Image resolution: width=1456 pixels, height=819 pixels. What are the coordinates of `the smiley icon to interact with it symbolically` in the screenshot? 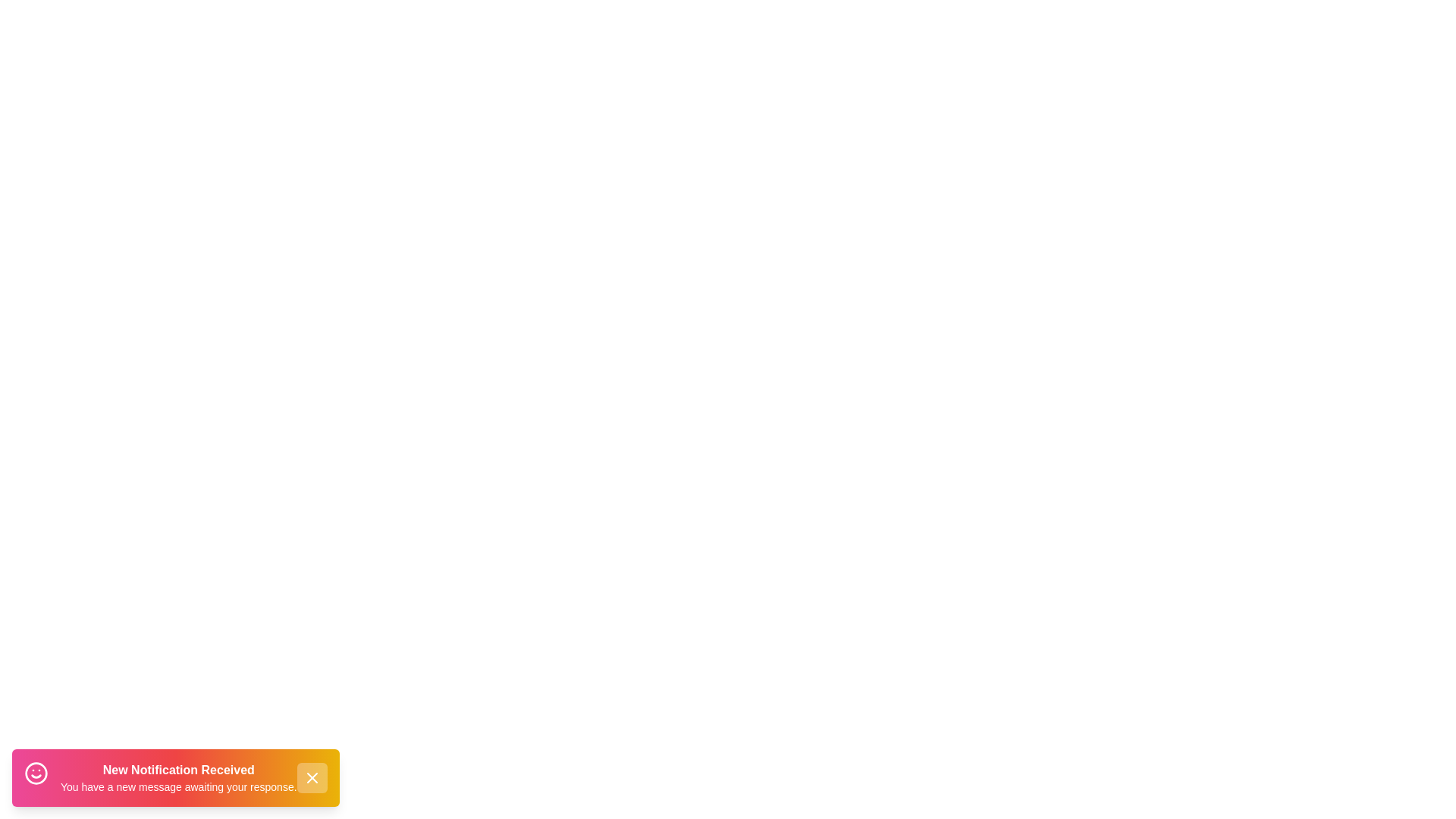 It's located at (36, 775).